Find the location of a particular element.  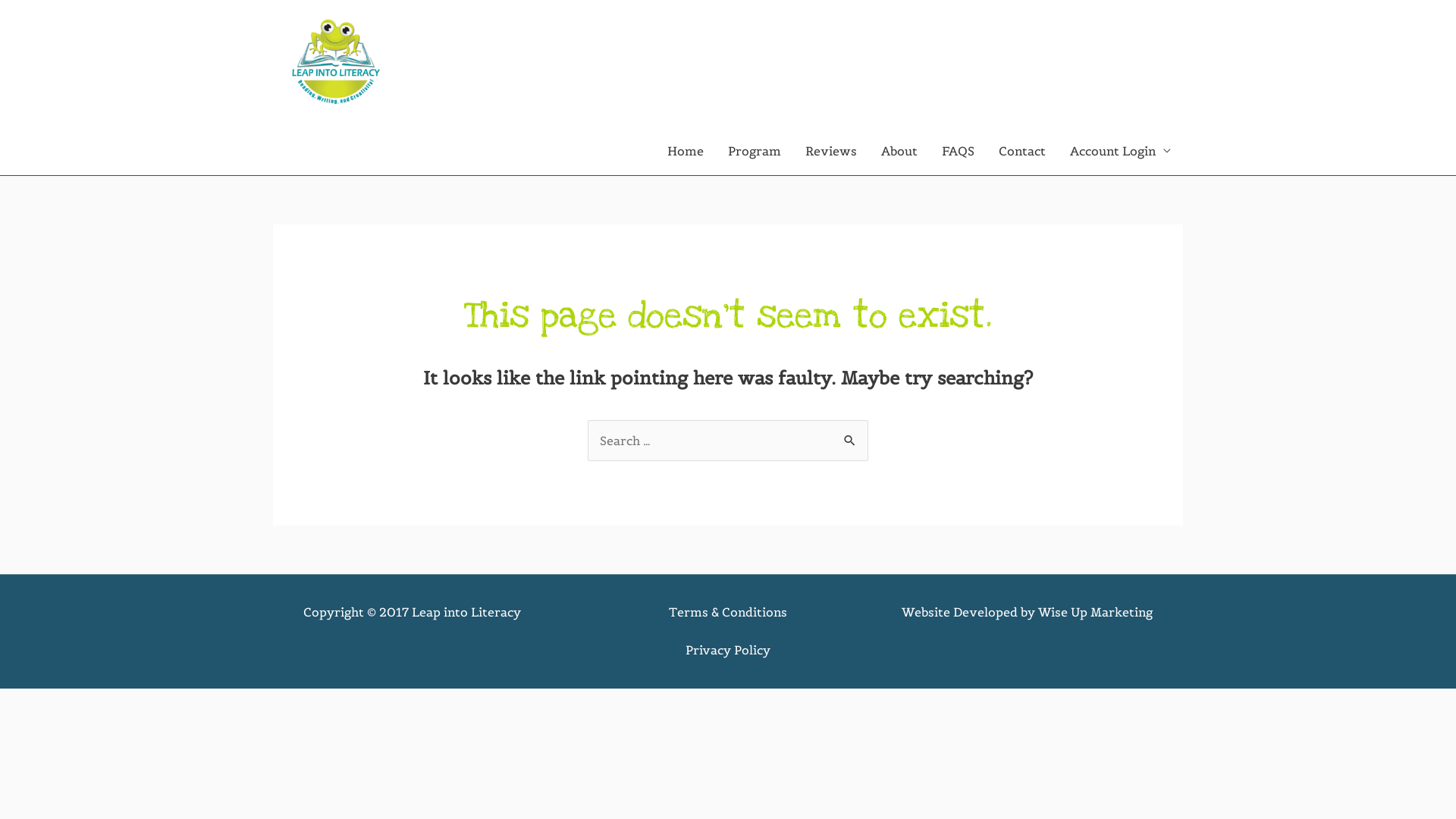

'Search' is located at coordinates (833, 435).